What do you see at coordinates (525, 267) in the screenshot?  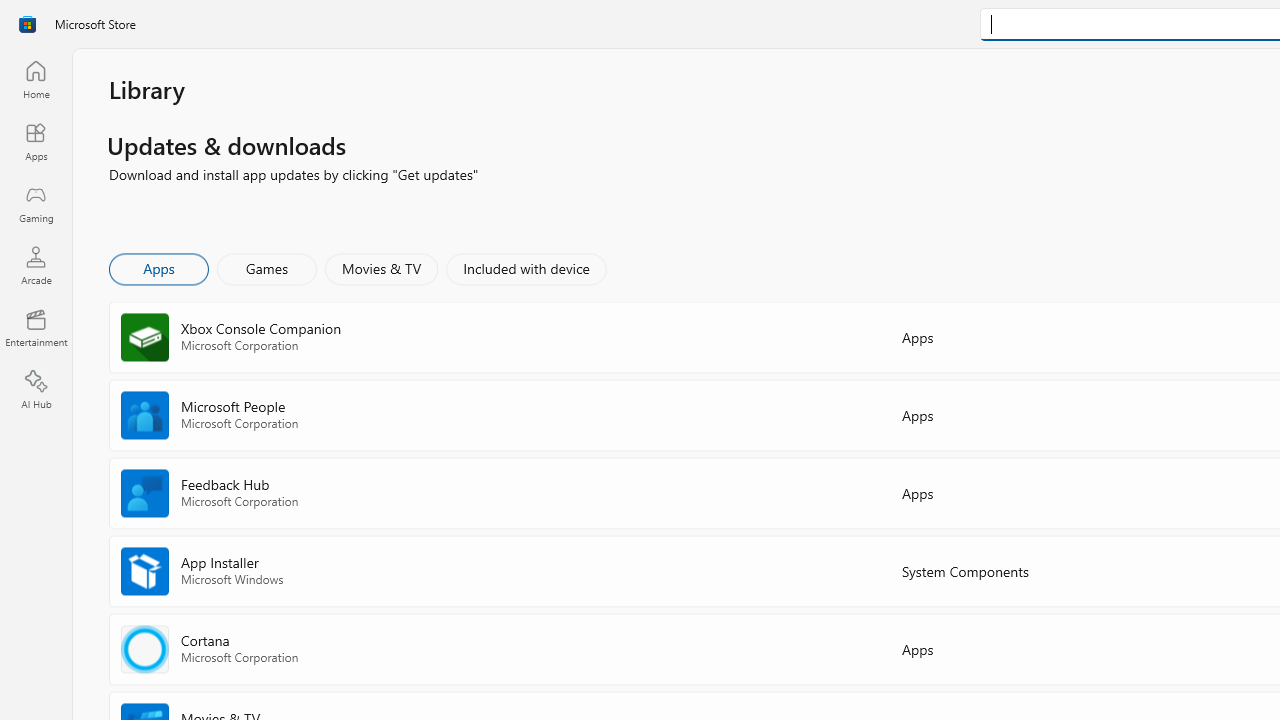 I see `'Included with device'` at bounding box center [525, 267].